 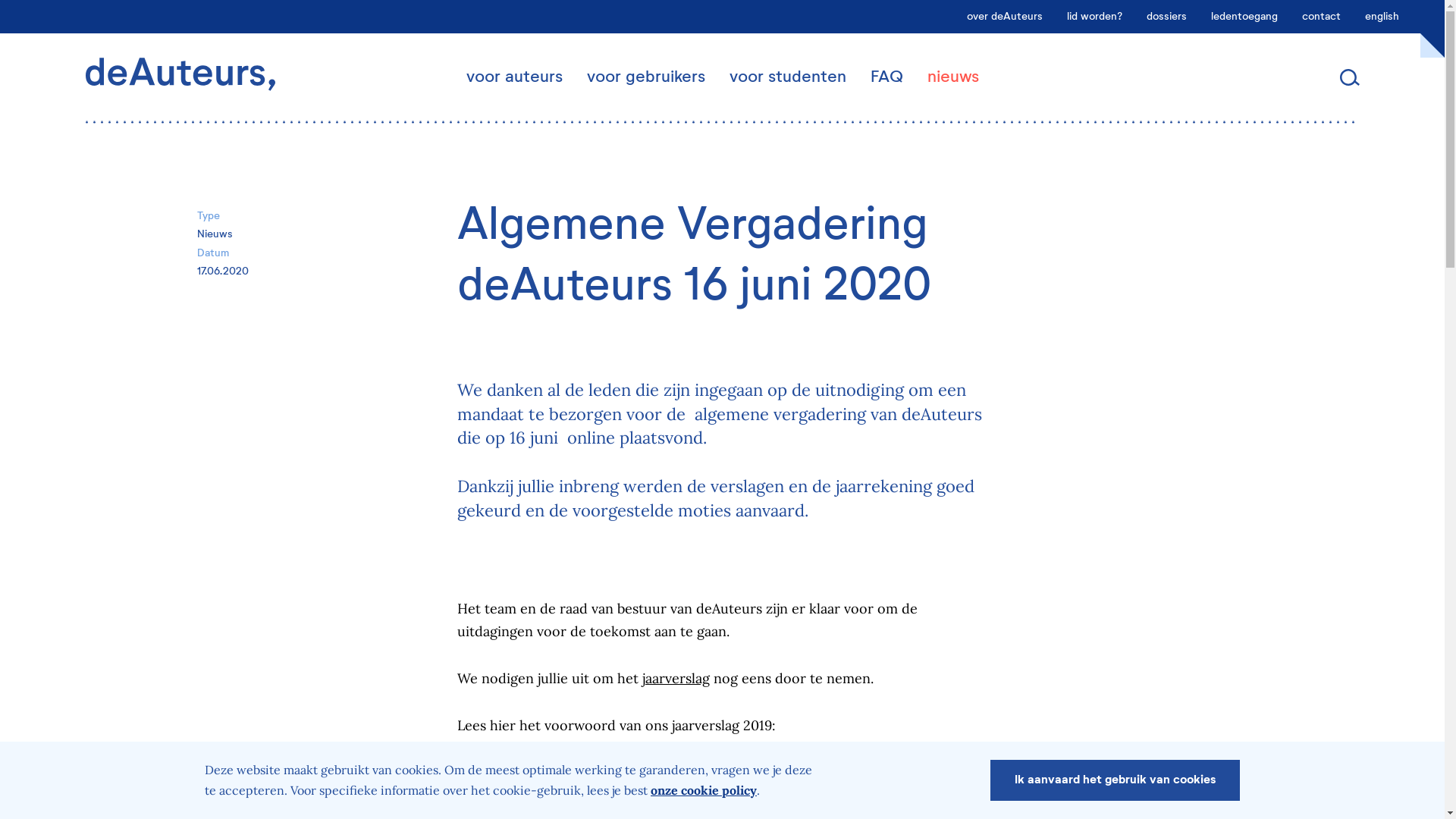 What do you see at coordinates (702, 789) in the screenshot?
I see `'onze cookie policy'` at bounding box center [702, 789].